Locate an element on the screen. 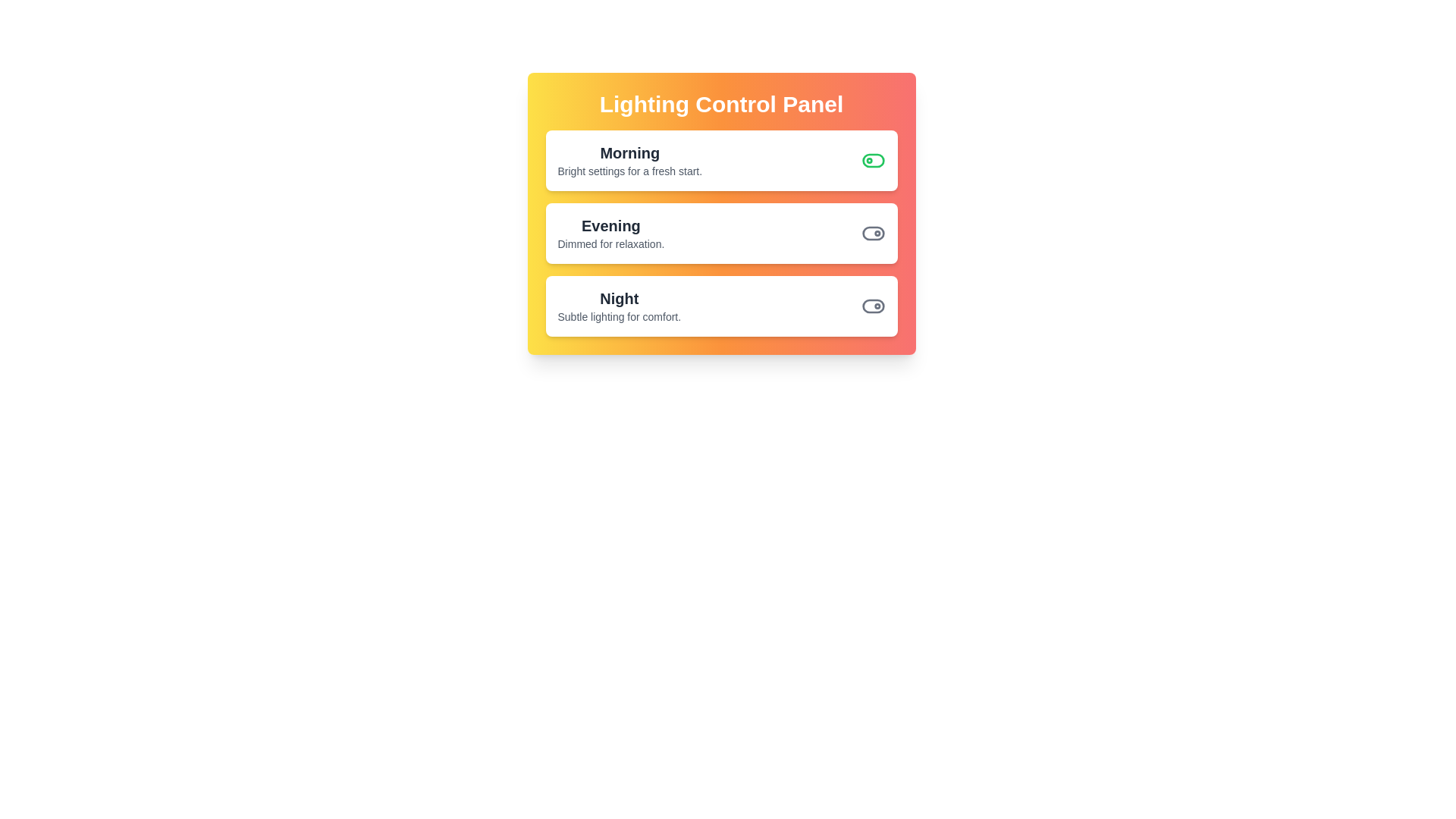 The image size is (1456, 819). the scene Morning is located at coordinates (873, 161).